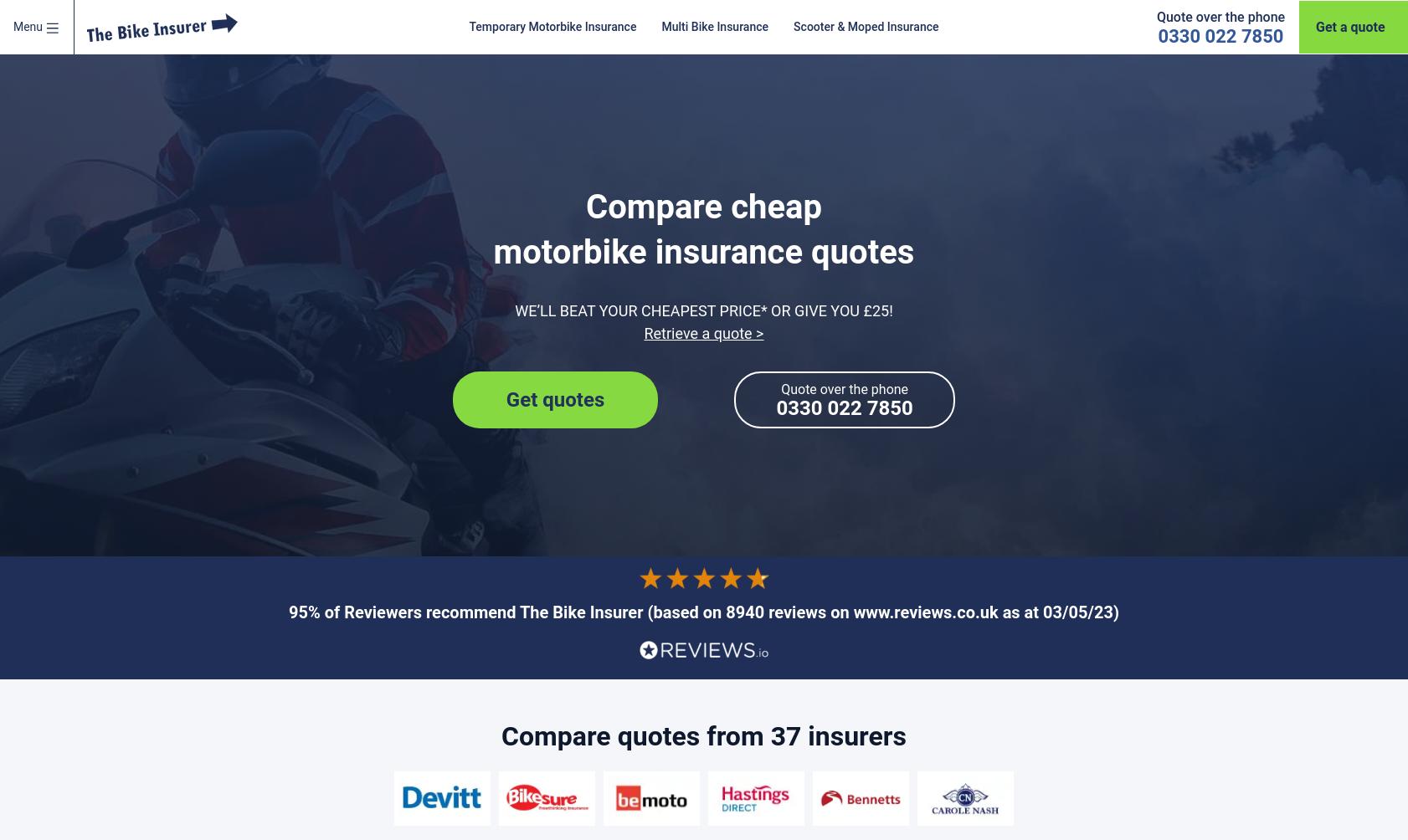  What do you see at coordinates (865, 27) in the screenshot?
I see `'Scooter & Moped Insurance'` at bounding box center [865, 27].